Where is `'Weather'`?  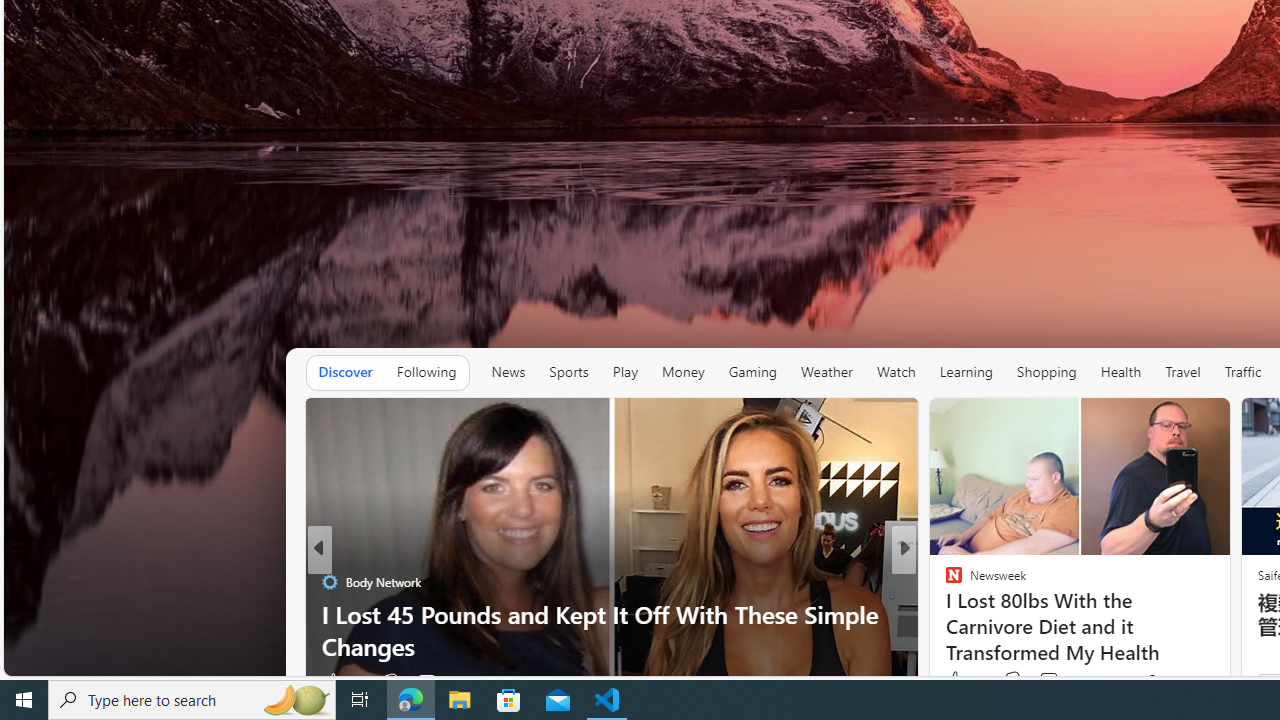 'Weather' is located at coordinates (826, 372).